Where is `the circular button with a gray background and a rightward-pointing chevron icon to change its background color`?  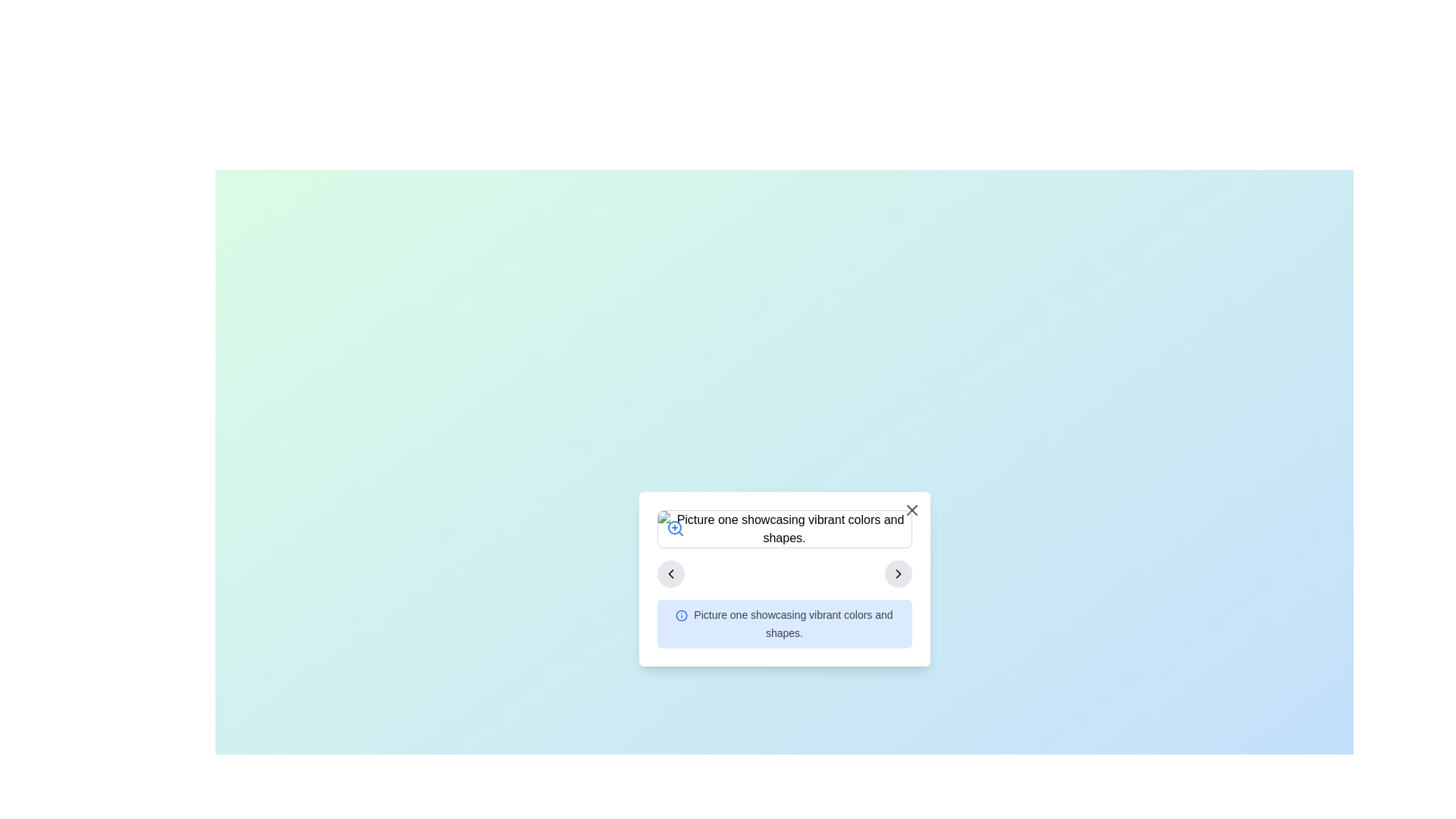 the circular button with a gray background and a rightward-pointing chevron icon to change its background color is located at coordinates (898, 573).